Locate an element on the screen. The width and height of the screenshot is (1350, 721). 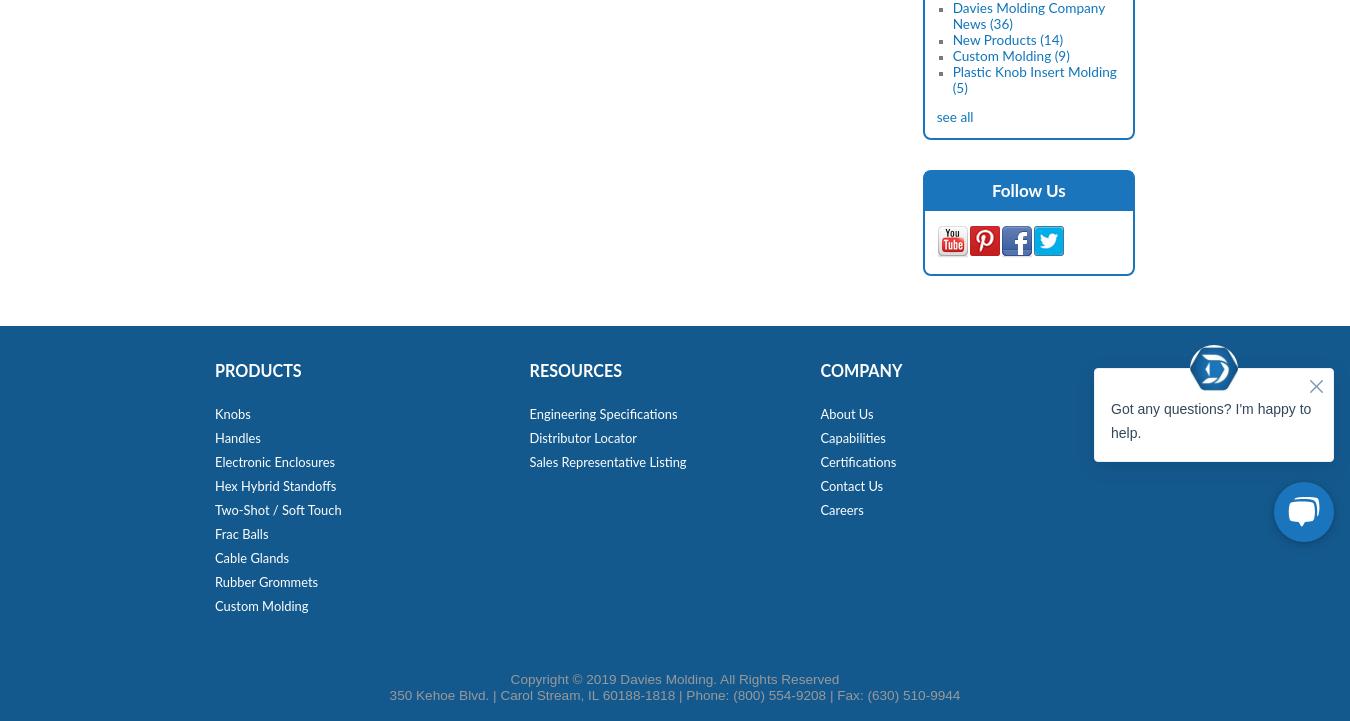
'Capabilities' is located at coordinates (852, 439).